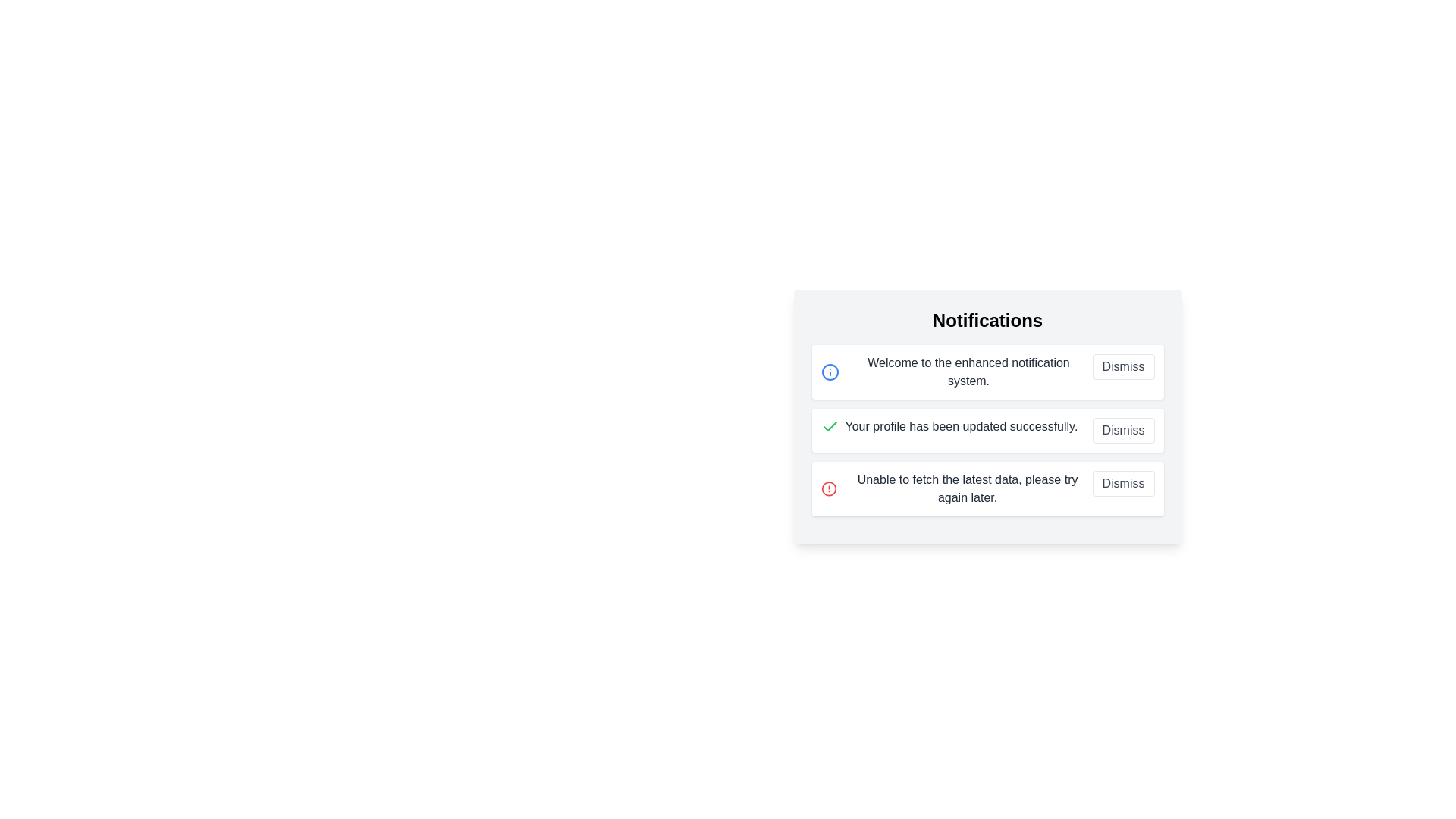 This screenshot has width=1456, height=819. Describe the element at coordinates (987, 372) in the screenshot. I see `message from the first notification row located under the title 'Notifications', which contains an informative icon on the left, a descriptive message in the center, and an actionable button labeled 'Dismiss' on the right` at that location.